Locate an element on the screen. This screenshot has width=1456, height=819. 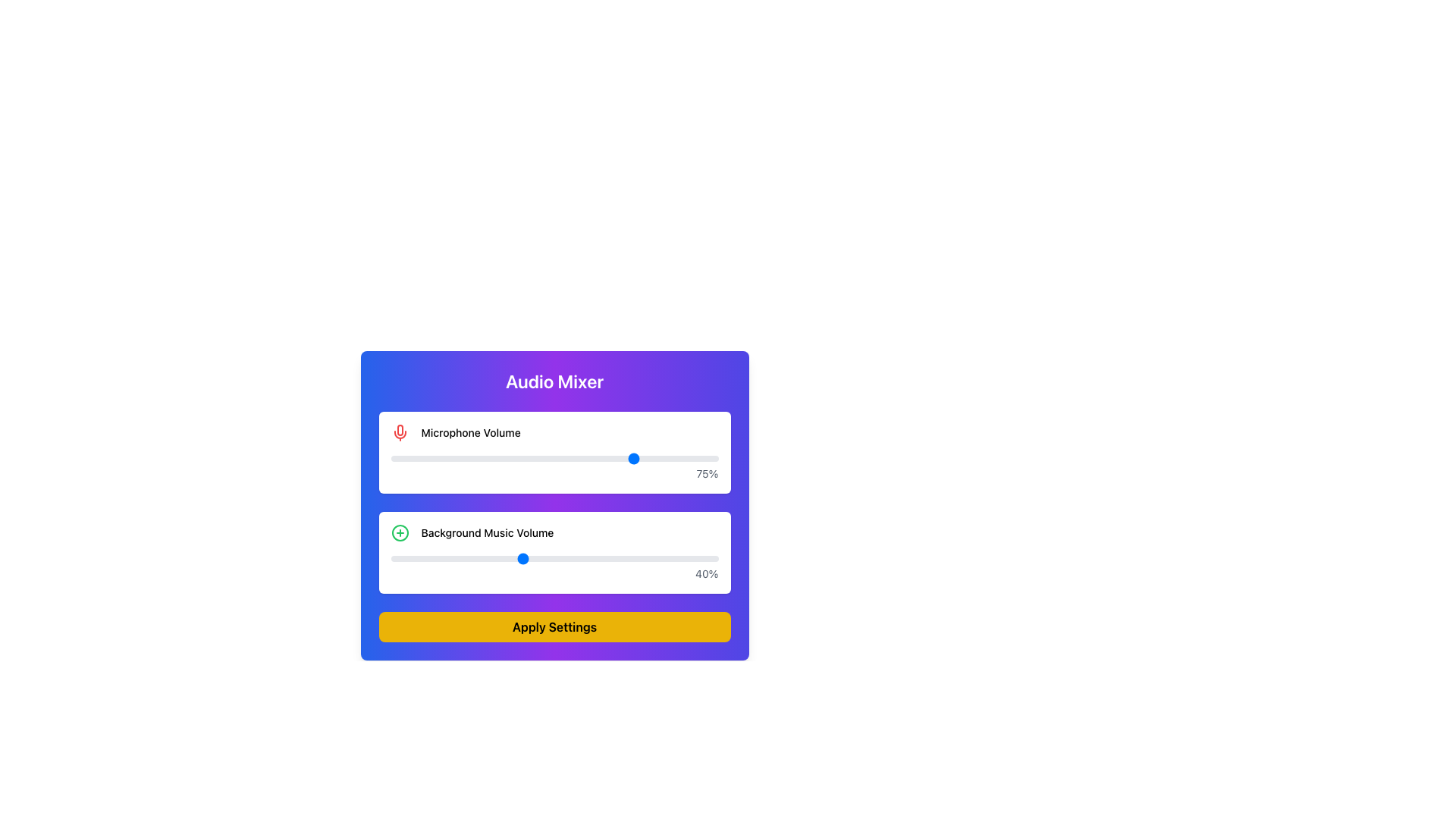
the microphone icon located in the 'Microphone Volume' section, positioned at the leftmost side near the 'Microphone Volume' label is located at coordinates (400, 432).